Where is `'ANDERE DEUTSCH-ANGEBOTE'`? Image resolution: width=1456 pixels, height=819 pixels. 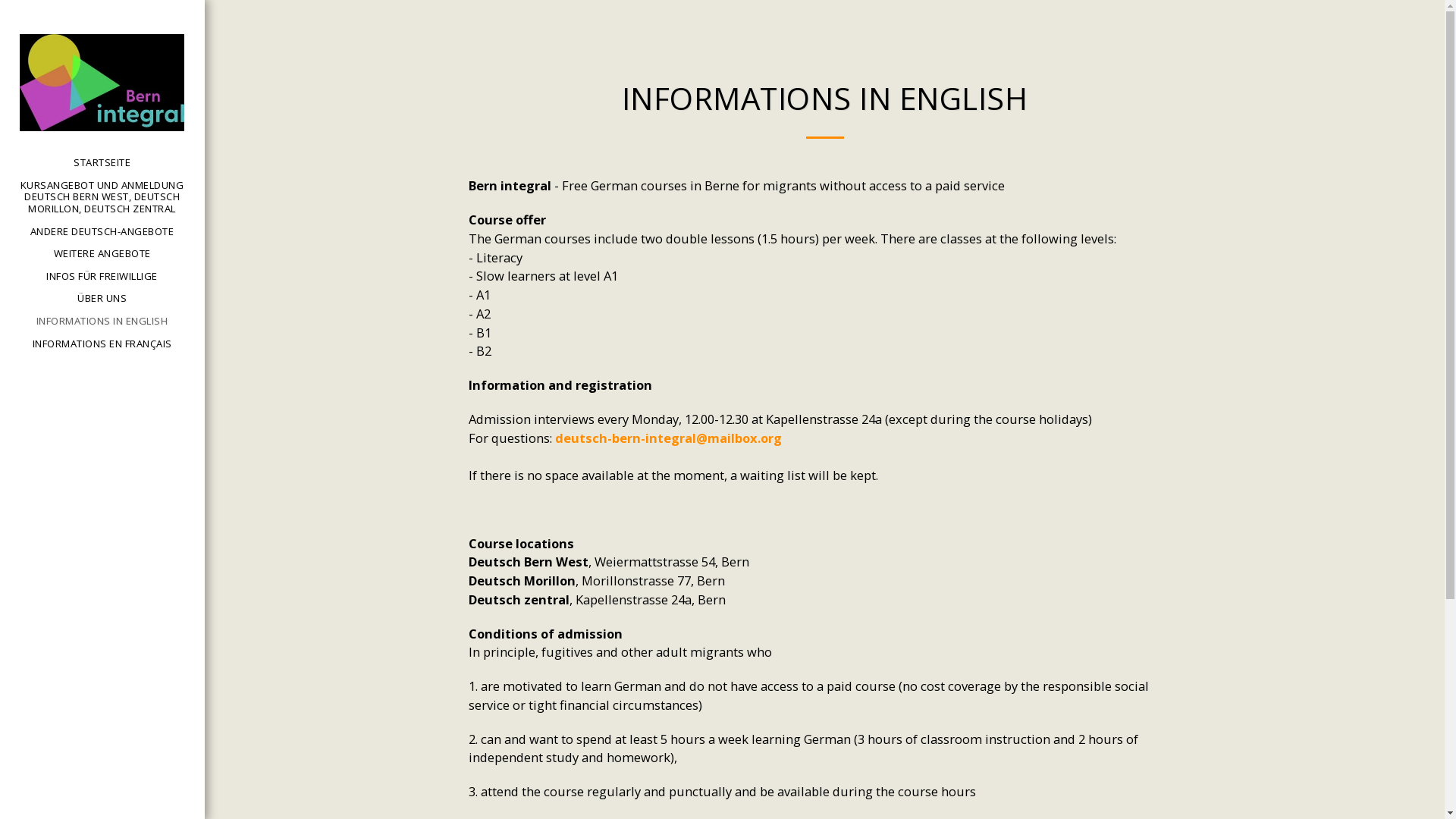
'ANDERE DEUTSCH-ANGEBOTE' is located at coordinates (101, 231).